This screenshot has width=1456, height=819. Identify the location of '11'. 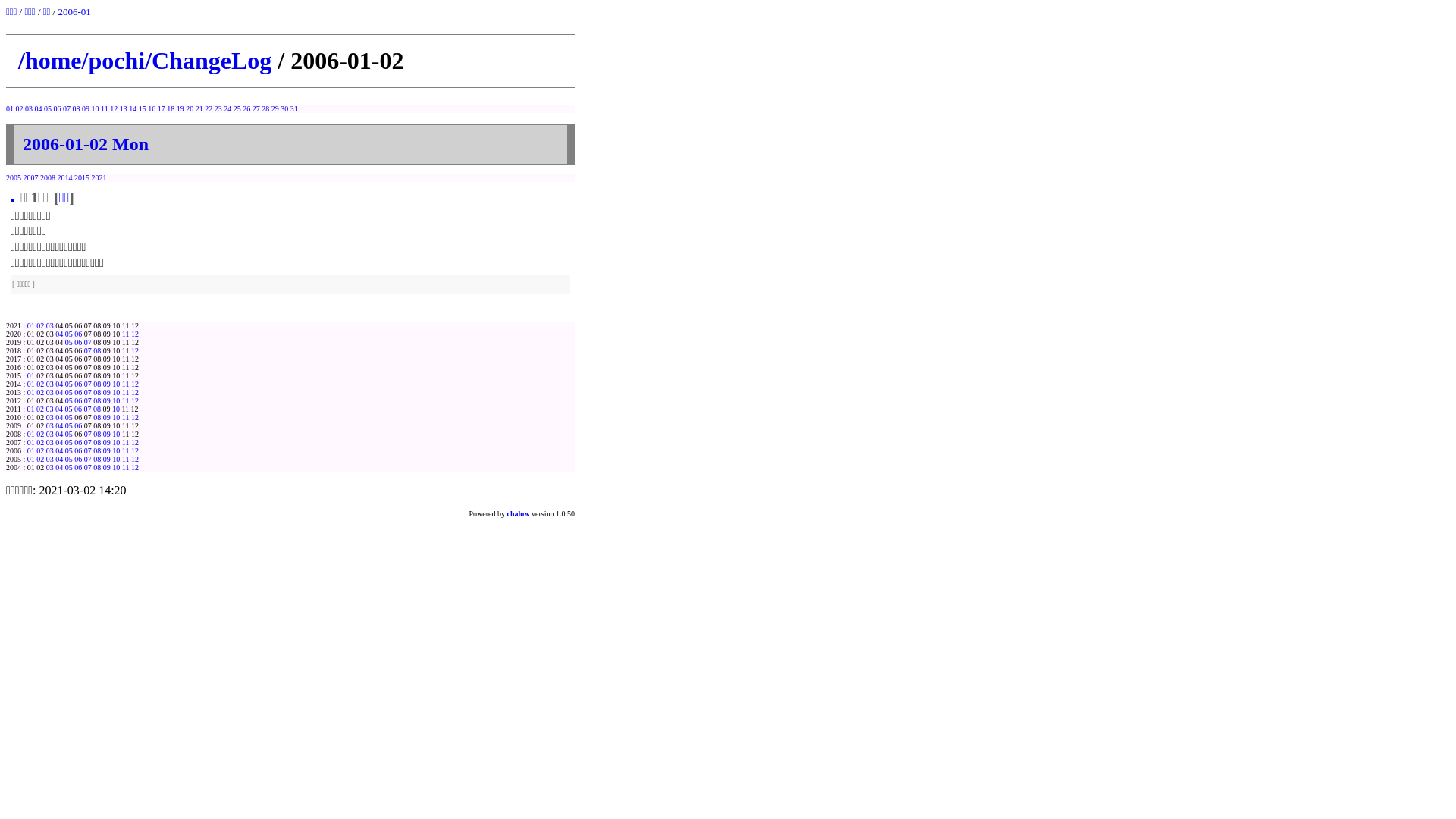
(126, 391).